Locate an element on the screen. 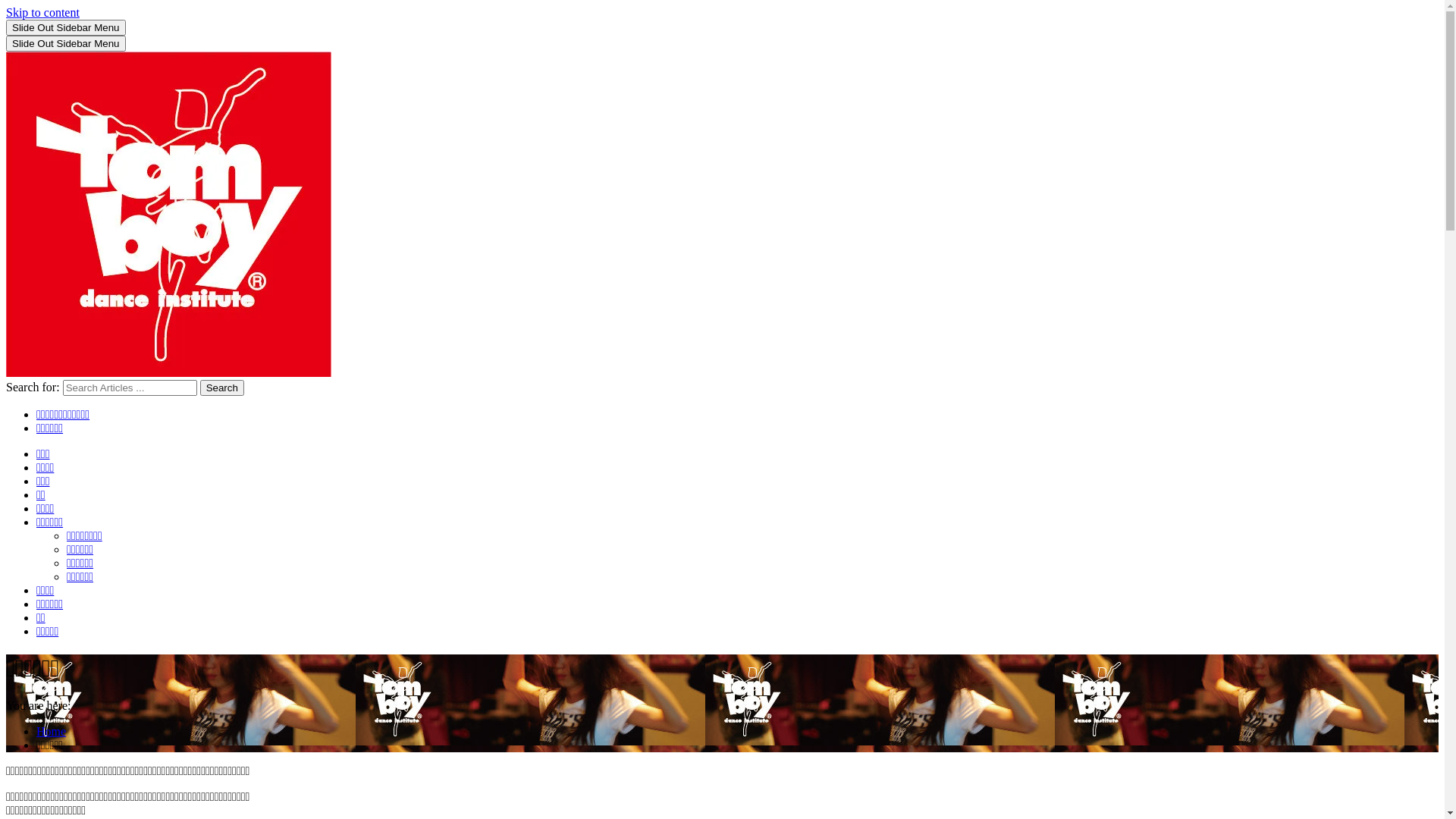 The width and height of the screenshot is (1456, 819). 'Slide Out Sidebar Menu' is located at coordinates (64, 27).